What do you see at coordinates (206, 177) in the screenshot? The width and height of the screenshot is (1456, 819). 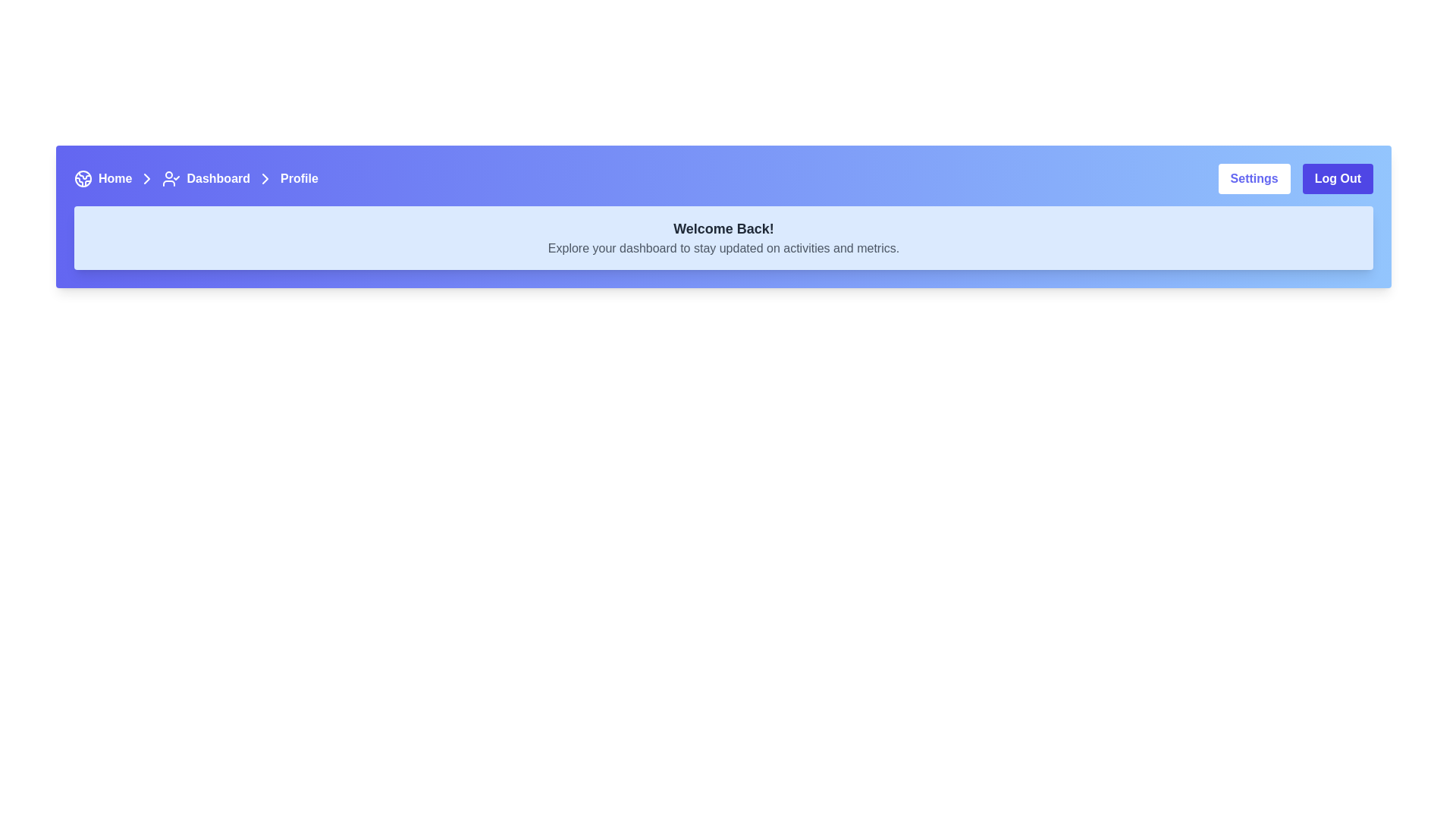 I see `the 'Dashboard' link in the breadcrumb navigation` at bounding box center [206, 177].